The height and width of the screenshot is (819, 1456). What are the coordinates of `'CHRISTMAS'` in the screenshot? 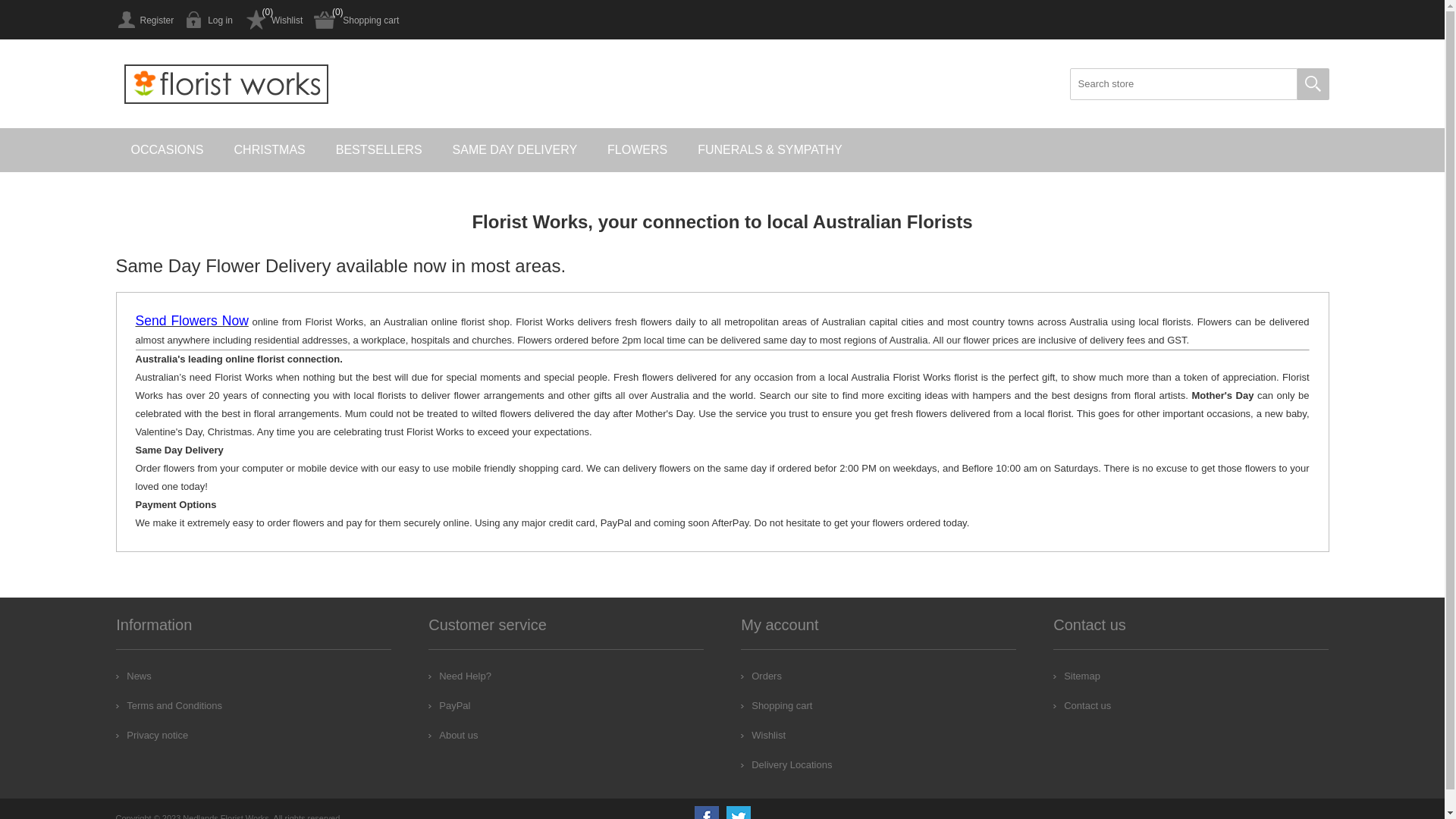 It's located at (269, 149).